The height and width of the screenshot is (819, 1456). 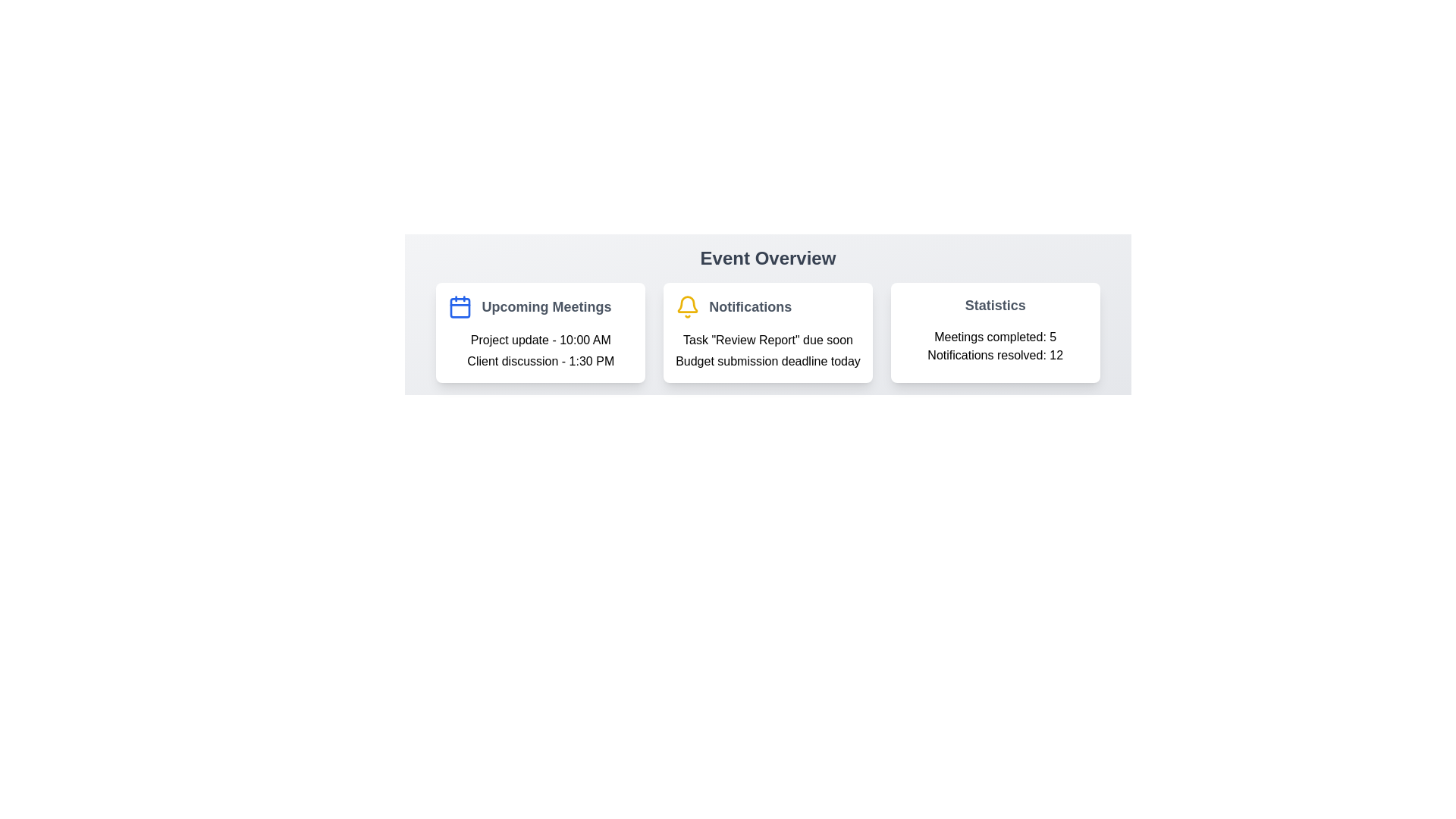 I want to click on static text element representing the scheduled meeting 'Project update' at 10:00 AM, which is the first item in the 'Upcoming Meetings' section, so click(x=541, y=339).